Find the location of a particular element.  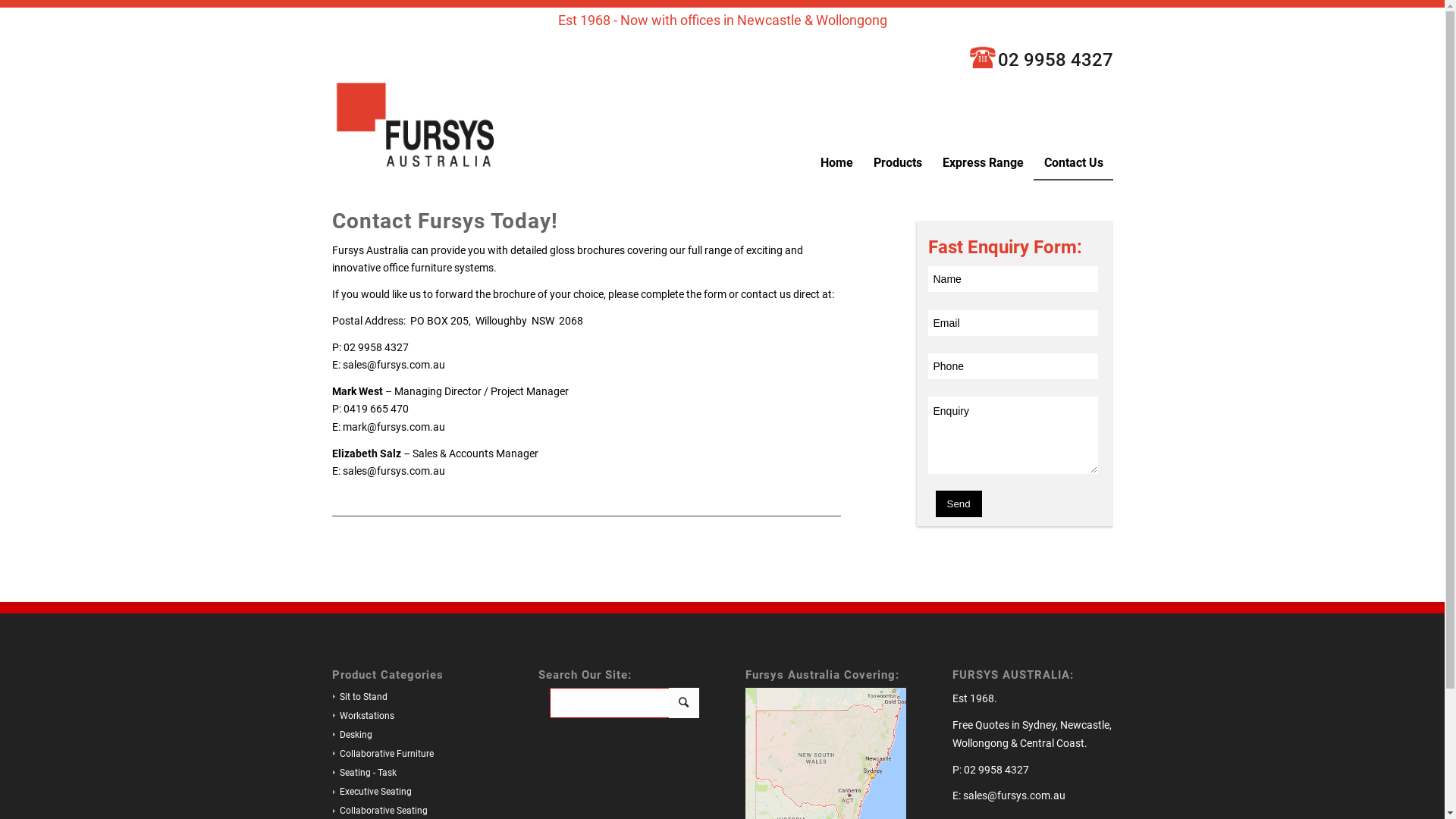

'Desking' is located at coordinates (351, 733).